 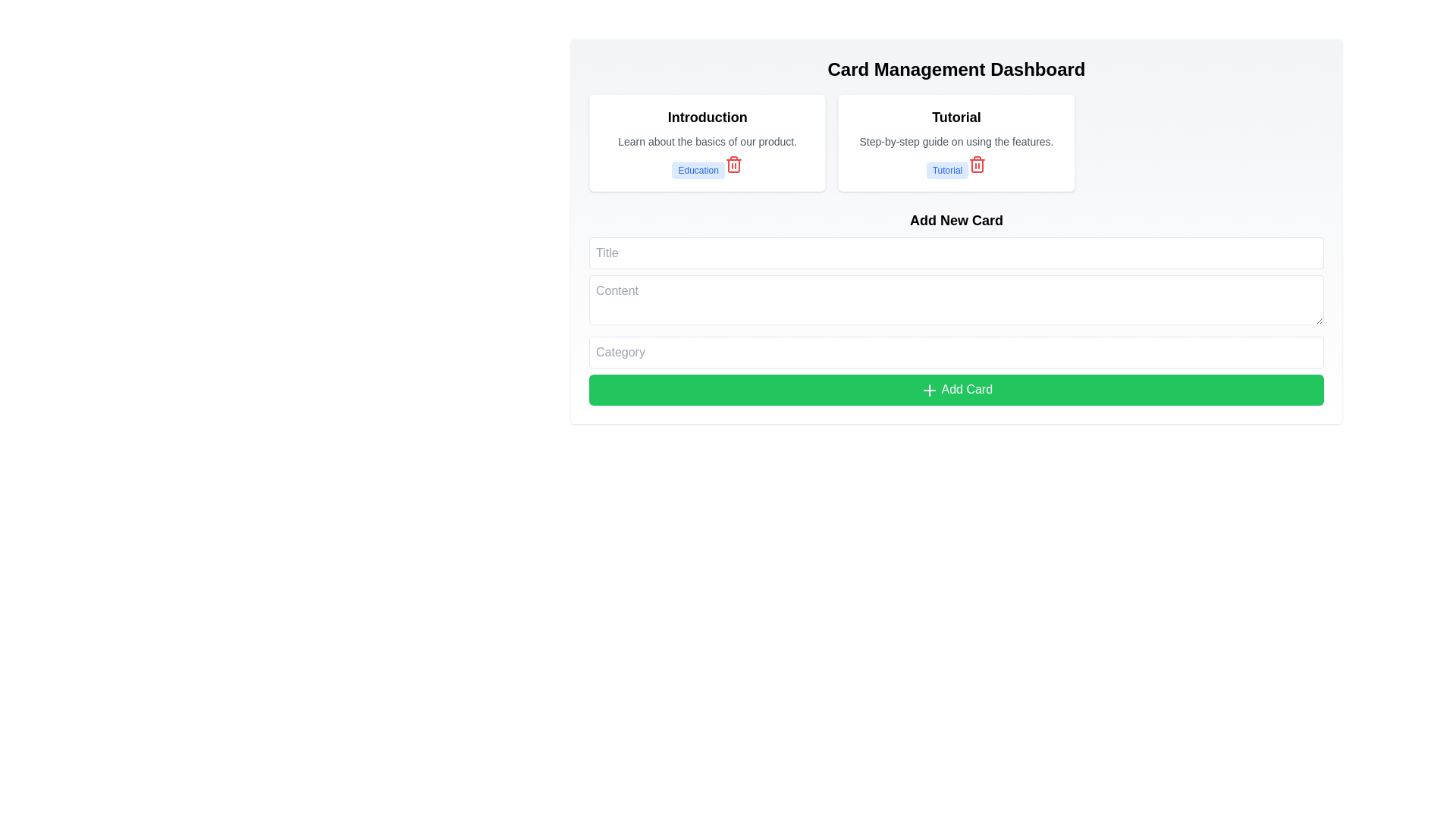 What do you see at coordinates (698, 170) in the screenshot?
I see `the 'Education' label element, which is a rectangular tag with rounded corners and a light blue background, located below the 'Introduction' card title in the top-left area of the interface` at bounding box center [698, 170].